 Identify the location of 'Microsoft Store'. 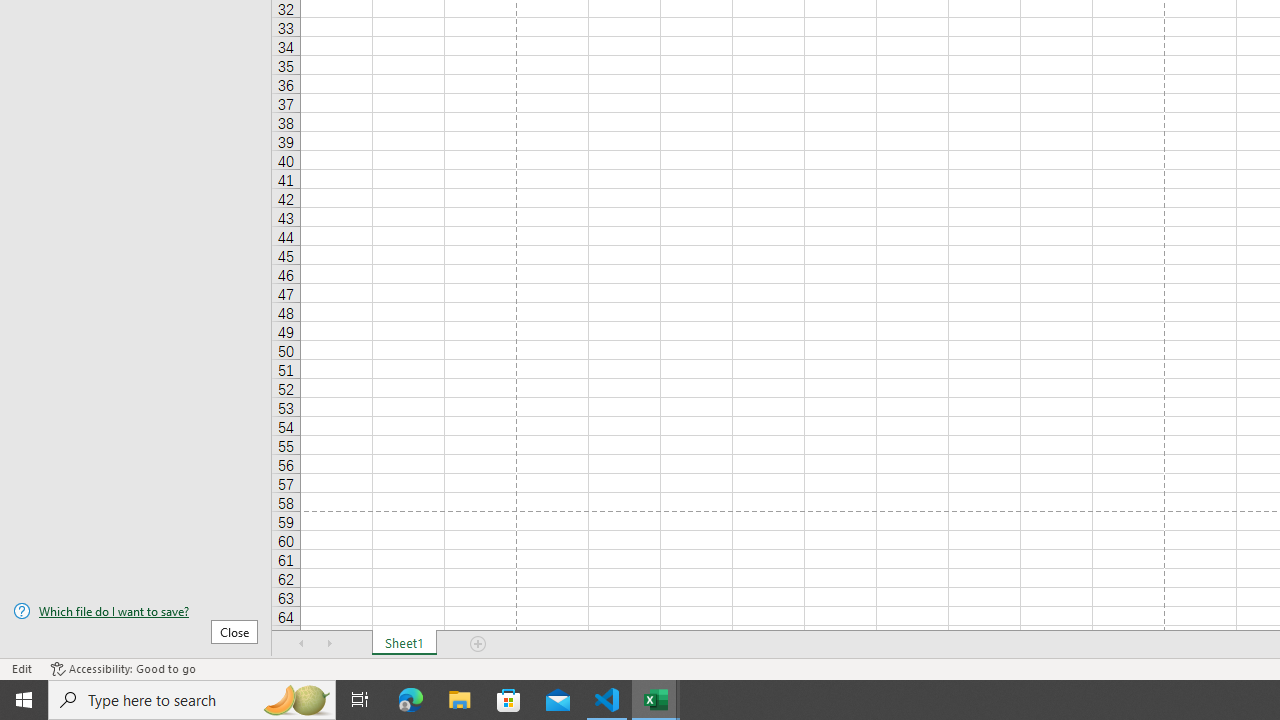
(509, 698).